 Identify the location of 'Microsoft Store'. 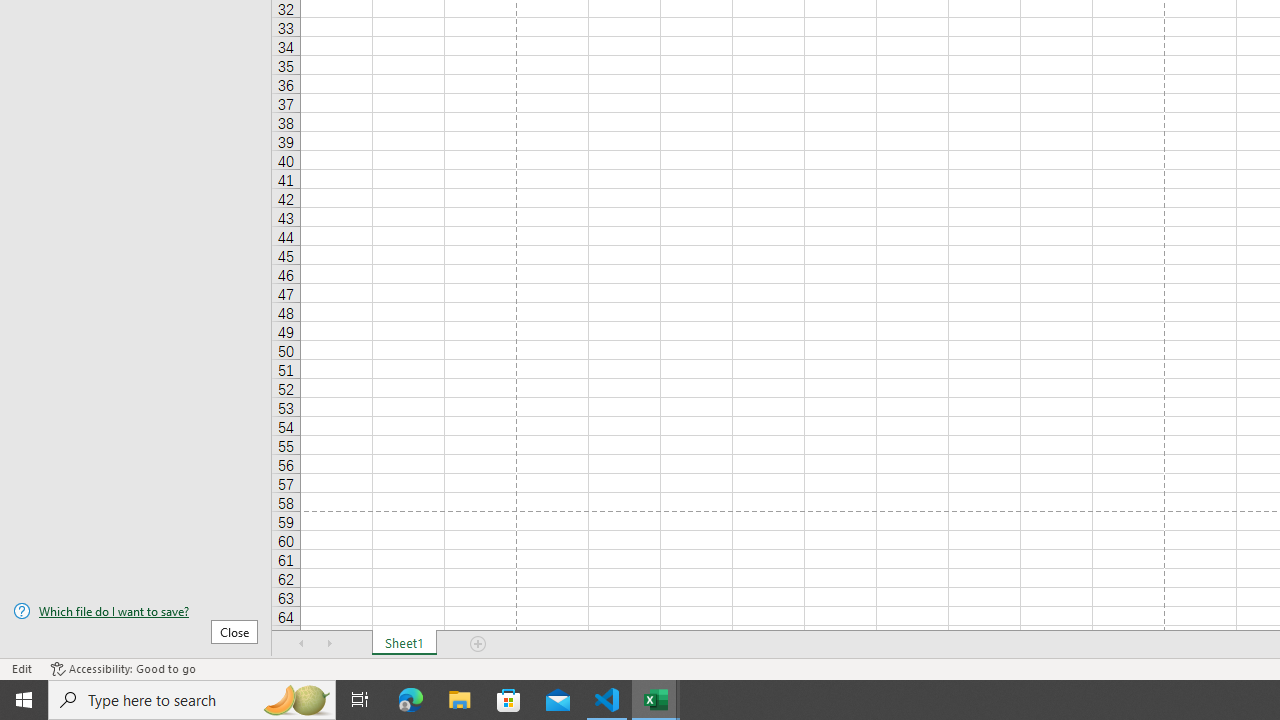
(509, 698).